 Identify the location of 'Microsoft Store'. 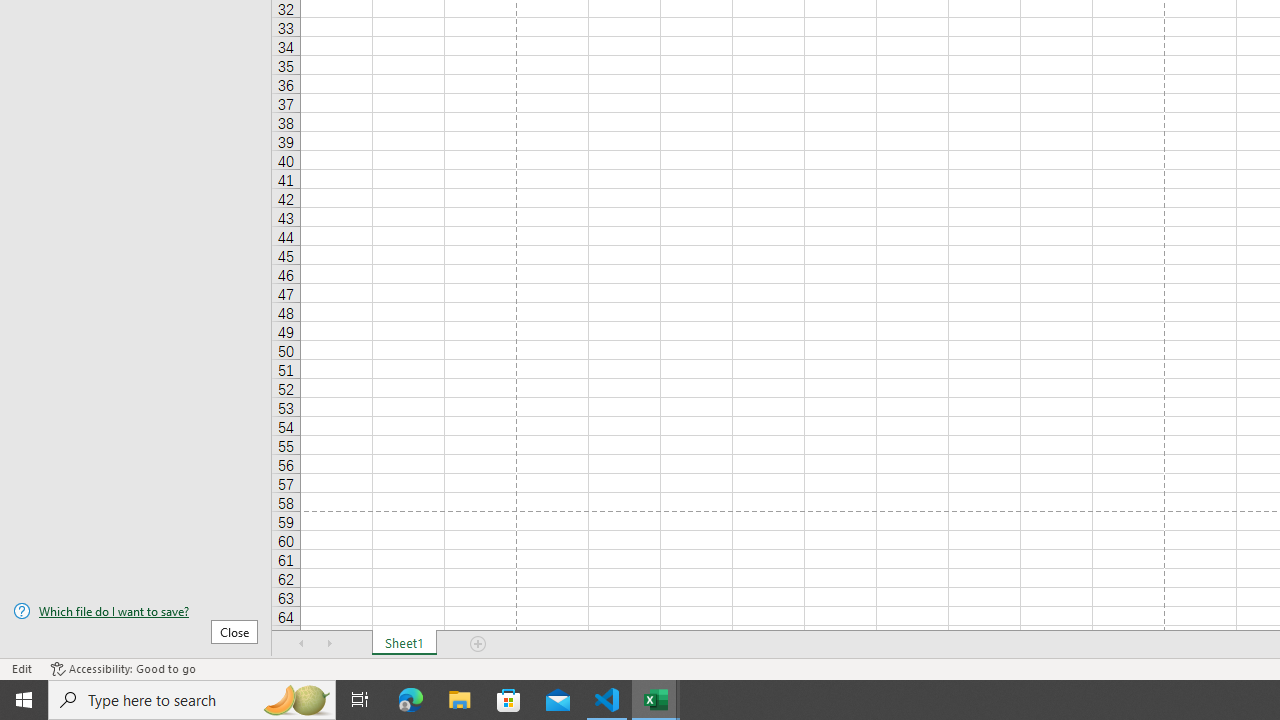
(509, 698).